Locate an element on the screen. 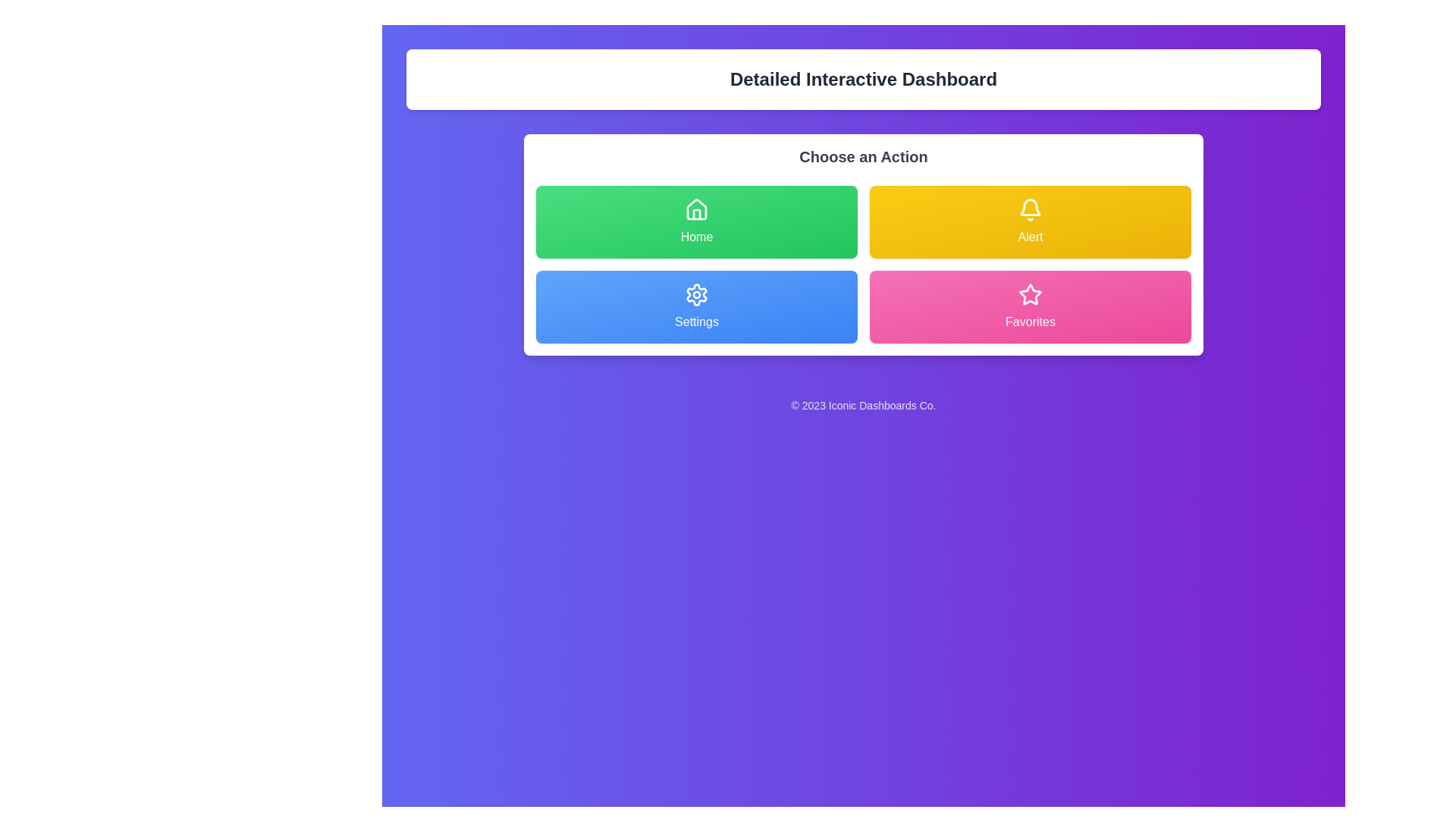 The width and height of the screenshot is (1456, 819). the bell icon with a yellow background and white outline, located at the center-top of the 'Alert' button in the 'Choose an Action' section is located at coordinates (1030, 210).